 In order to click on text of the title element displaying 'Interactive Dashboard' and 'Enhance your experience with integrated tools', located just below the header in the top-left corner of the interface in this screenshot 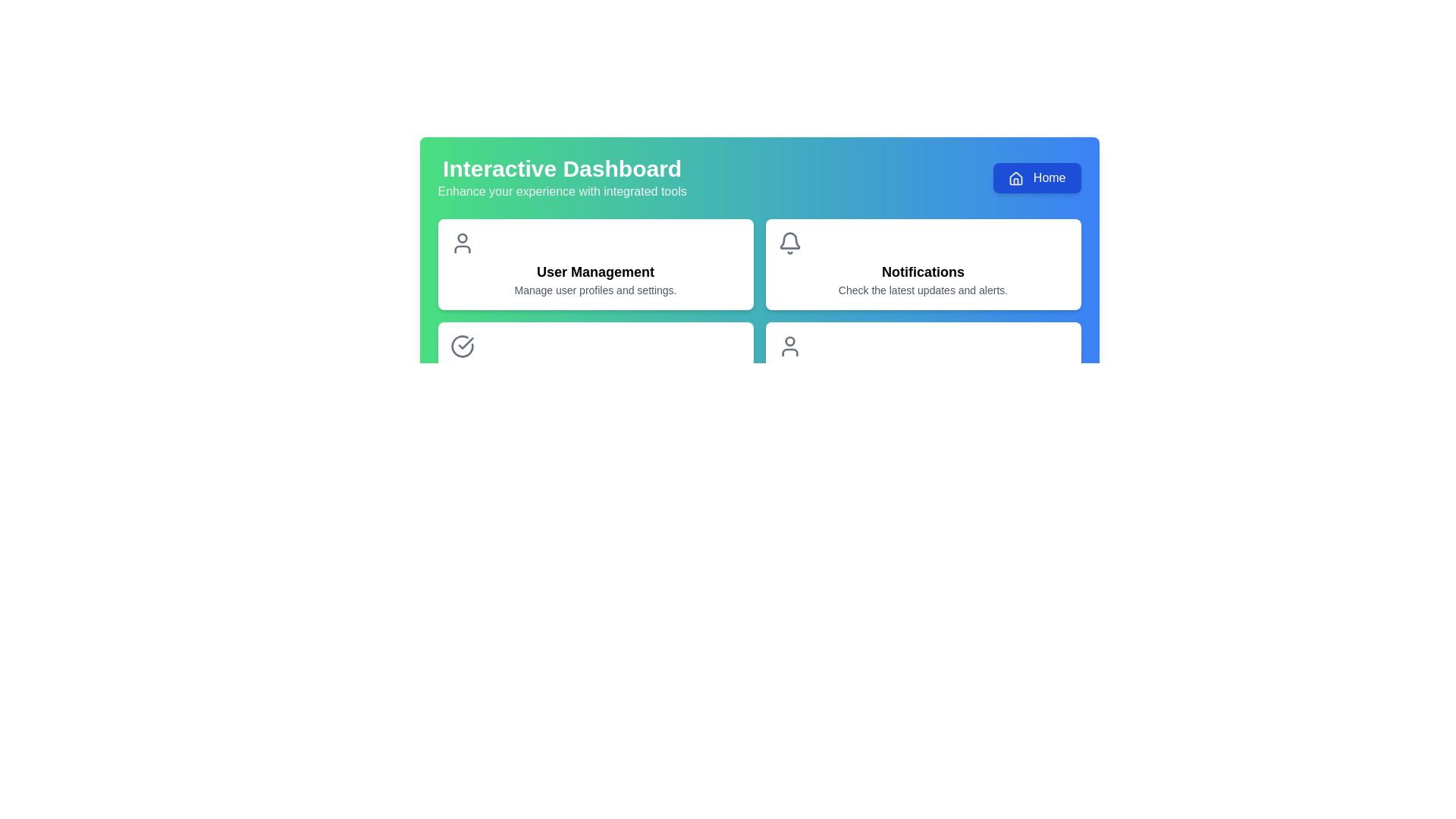, I will do `click(561, 177)`.